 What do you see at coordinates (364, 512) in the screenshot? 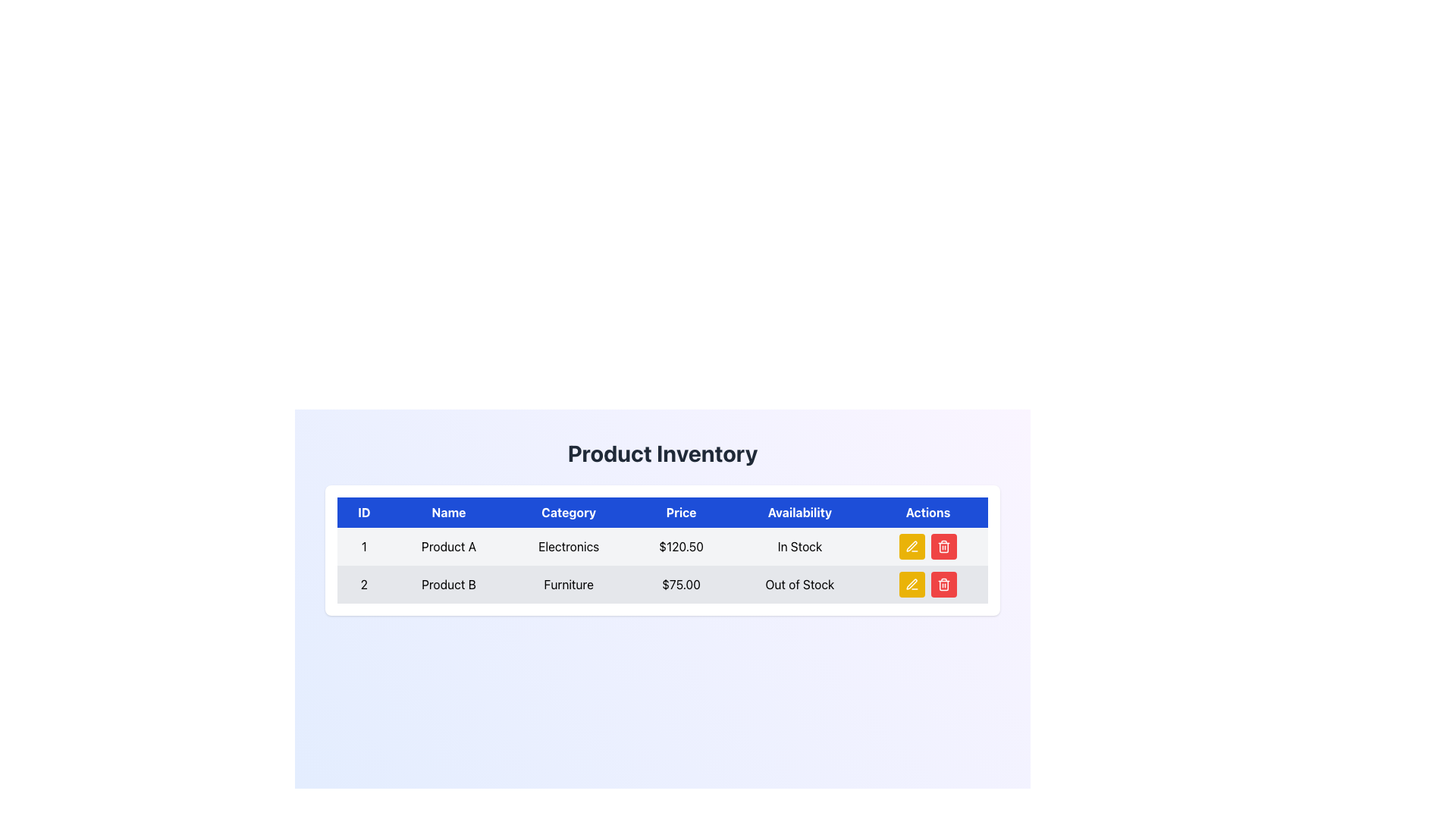
I see `the Table Header Cell that represents the 'ID' field, located at the very left of the topmost row in the table layout` at bounding box center [364, 512].